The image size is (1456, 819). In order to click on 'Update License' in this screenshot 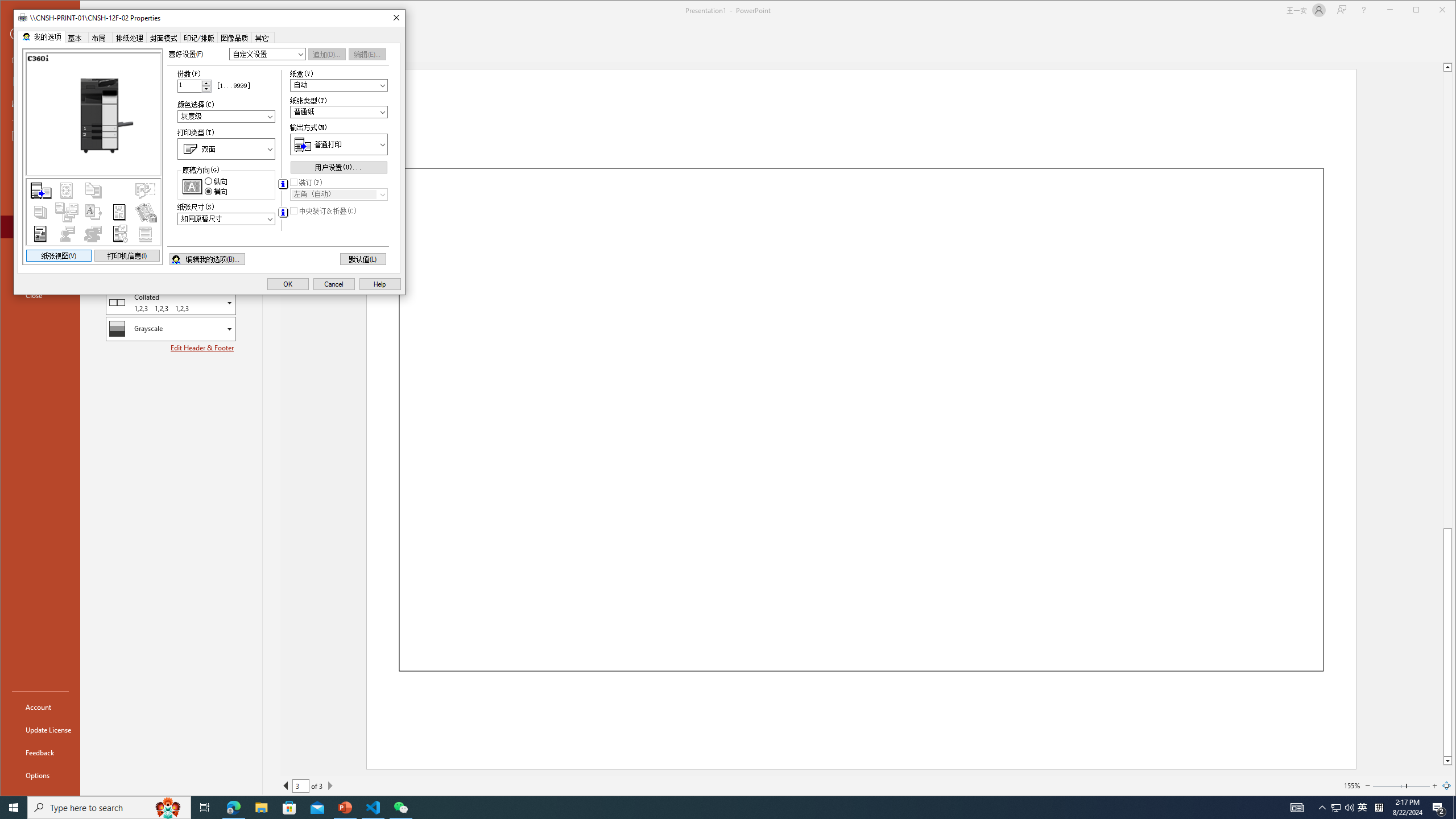, I will do `click(39, 729)`.